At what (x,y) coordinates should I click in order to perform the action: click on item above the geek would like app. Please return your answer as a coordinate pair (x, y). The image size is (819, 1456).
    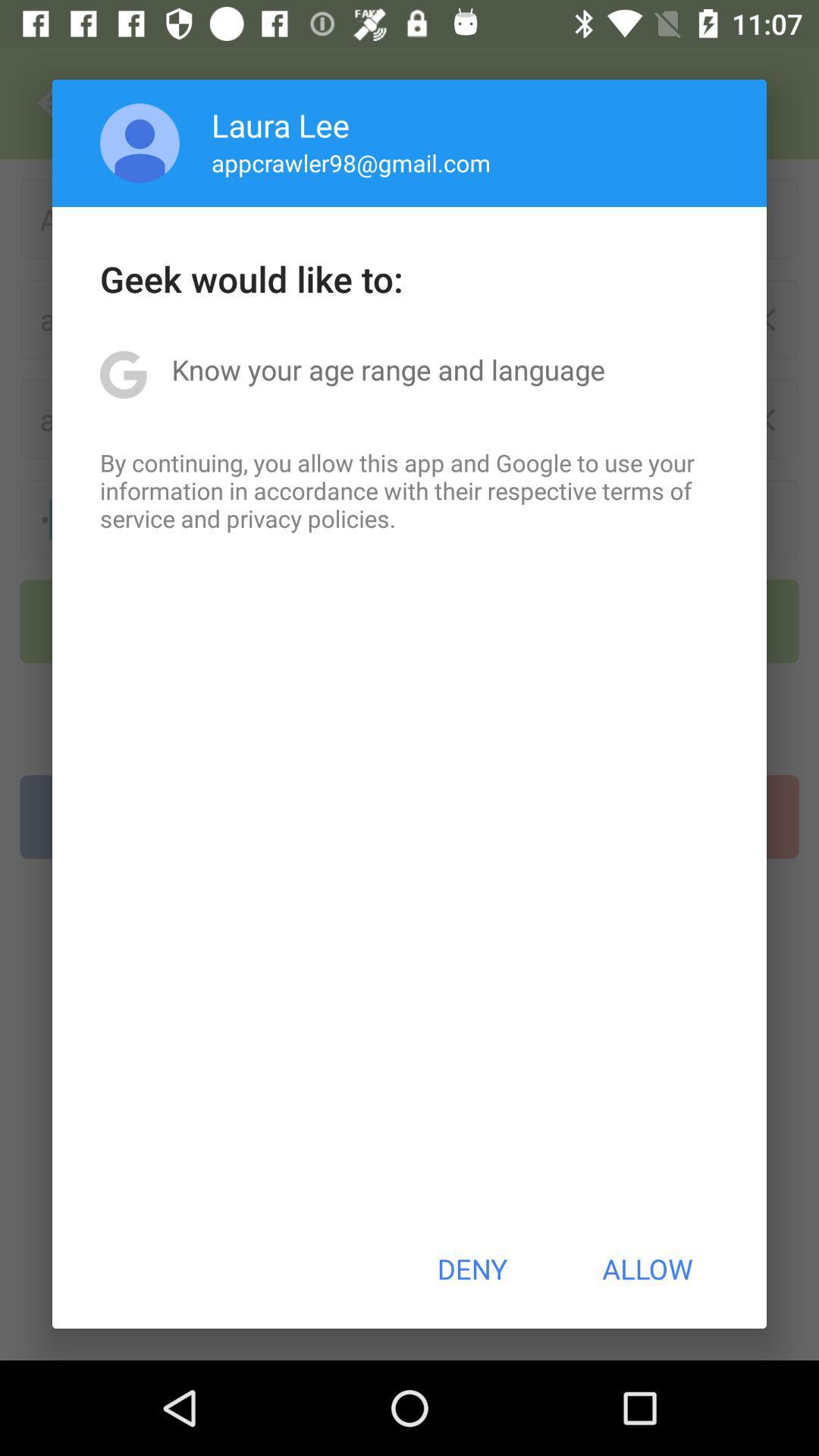
    Looking at the image, I should click on (140, 143).